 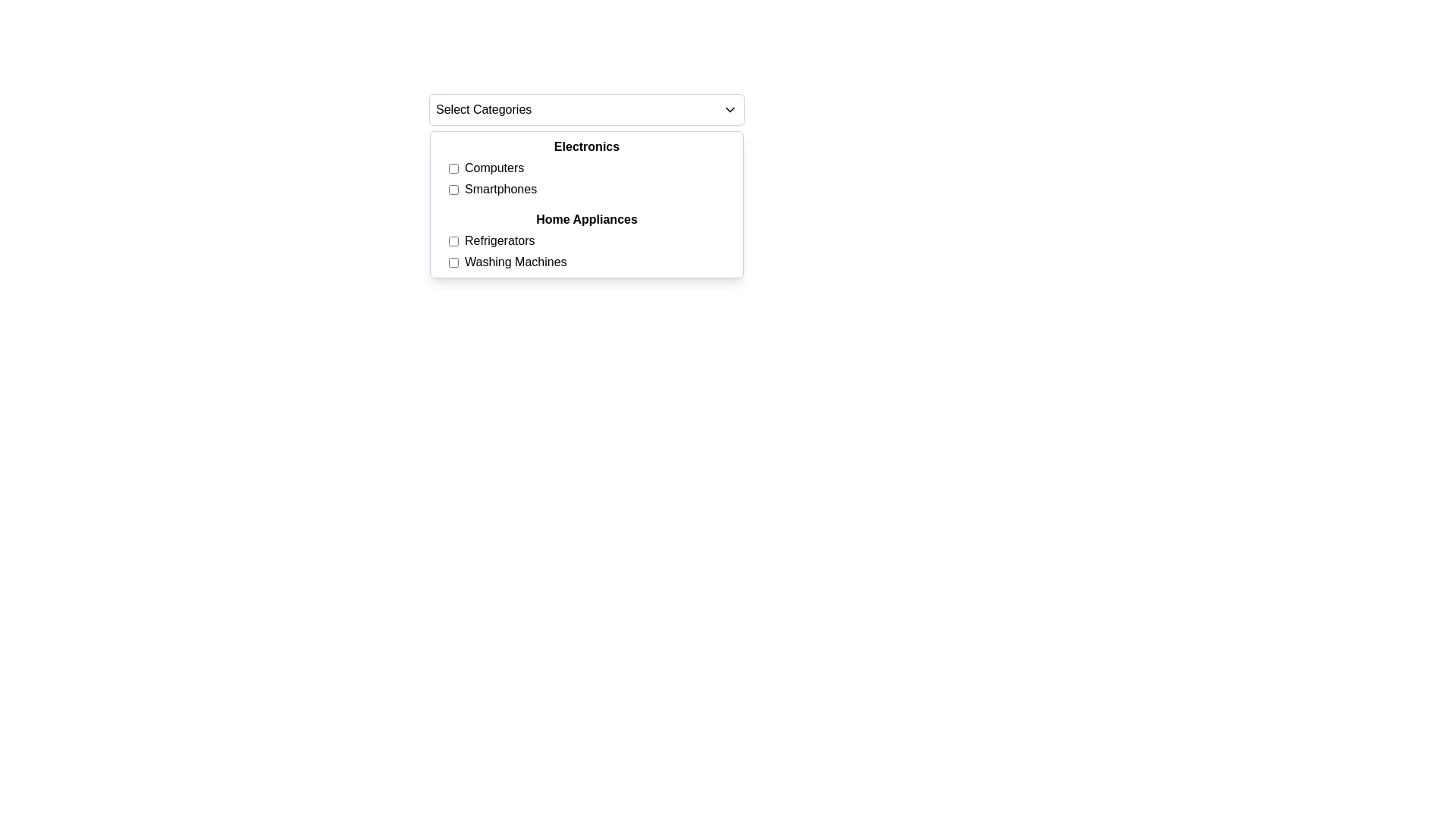 What do you see at coordinates (585, 168) in the screenshot?
I see `the background of the grouped list item with checkboxes for 'Electronics' to interact with the options for selecting 'Computers' or 'Smartphones'` at bounding box center [585, 168].